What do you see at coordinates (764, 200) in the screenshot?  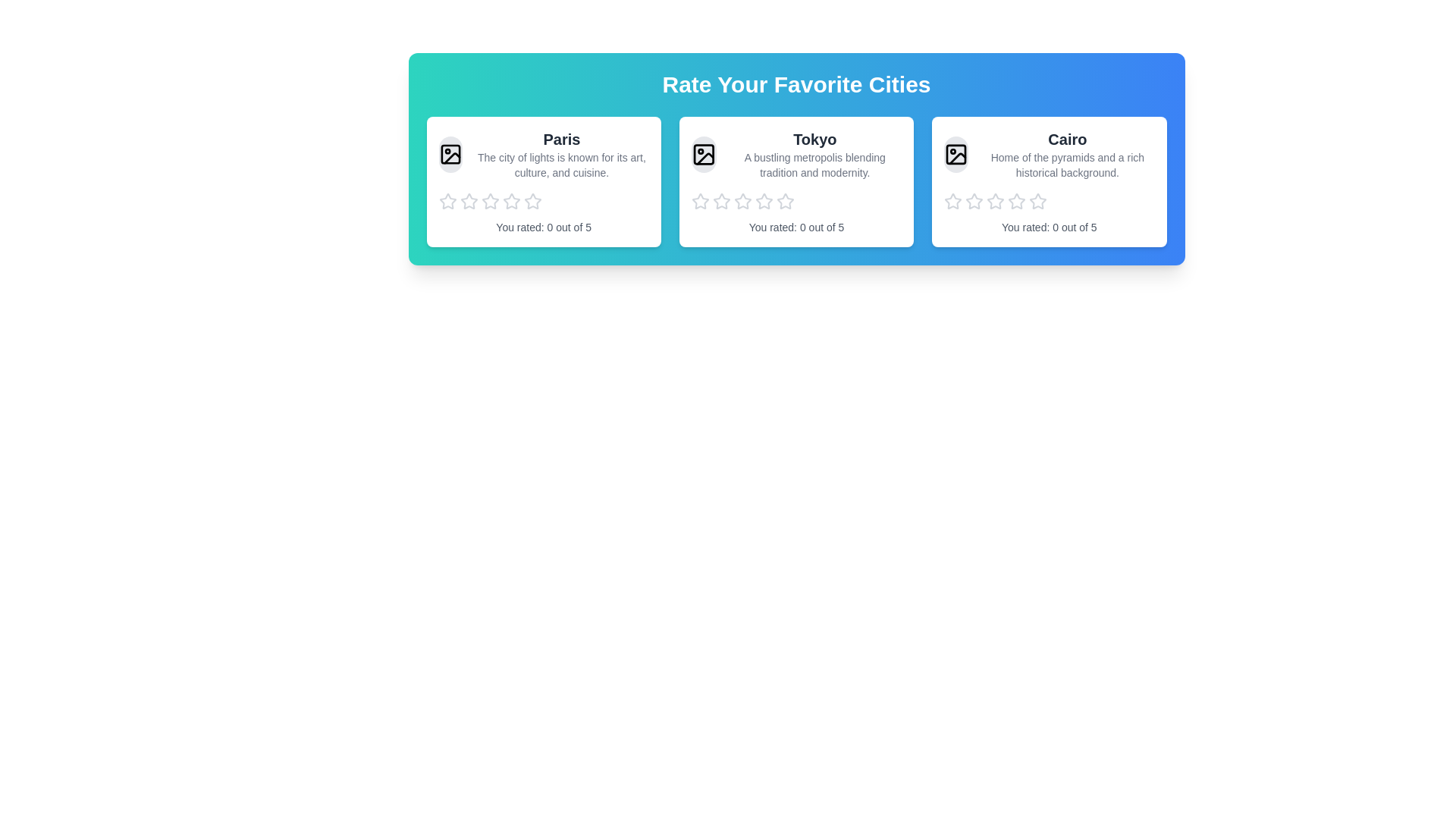 I see `the second star` at bounding box center [764, 200].